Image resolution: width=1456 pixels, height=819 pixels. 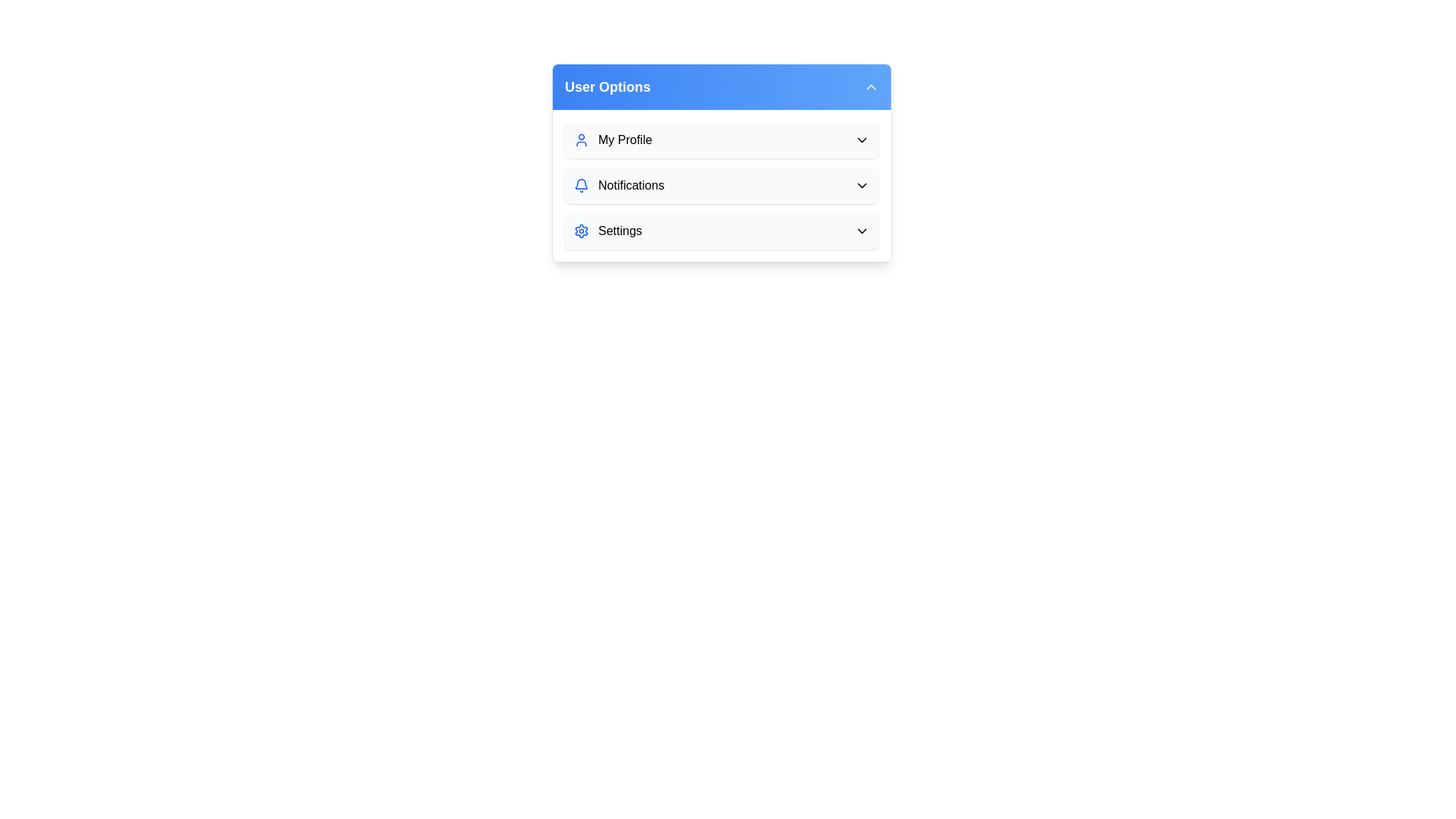 I want to click on the Chevron Down icon located at the far right of the 'Settings' row in the dropdown under 'User Options', so click(x=862, y=231).